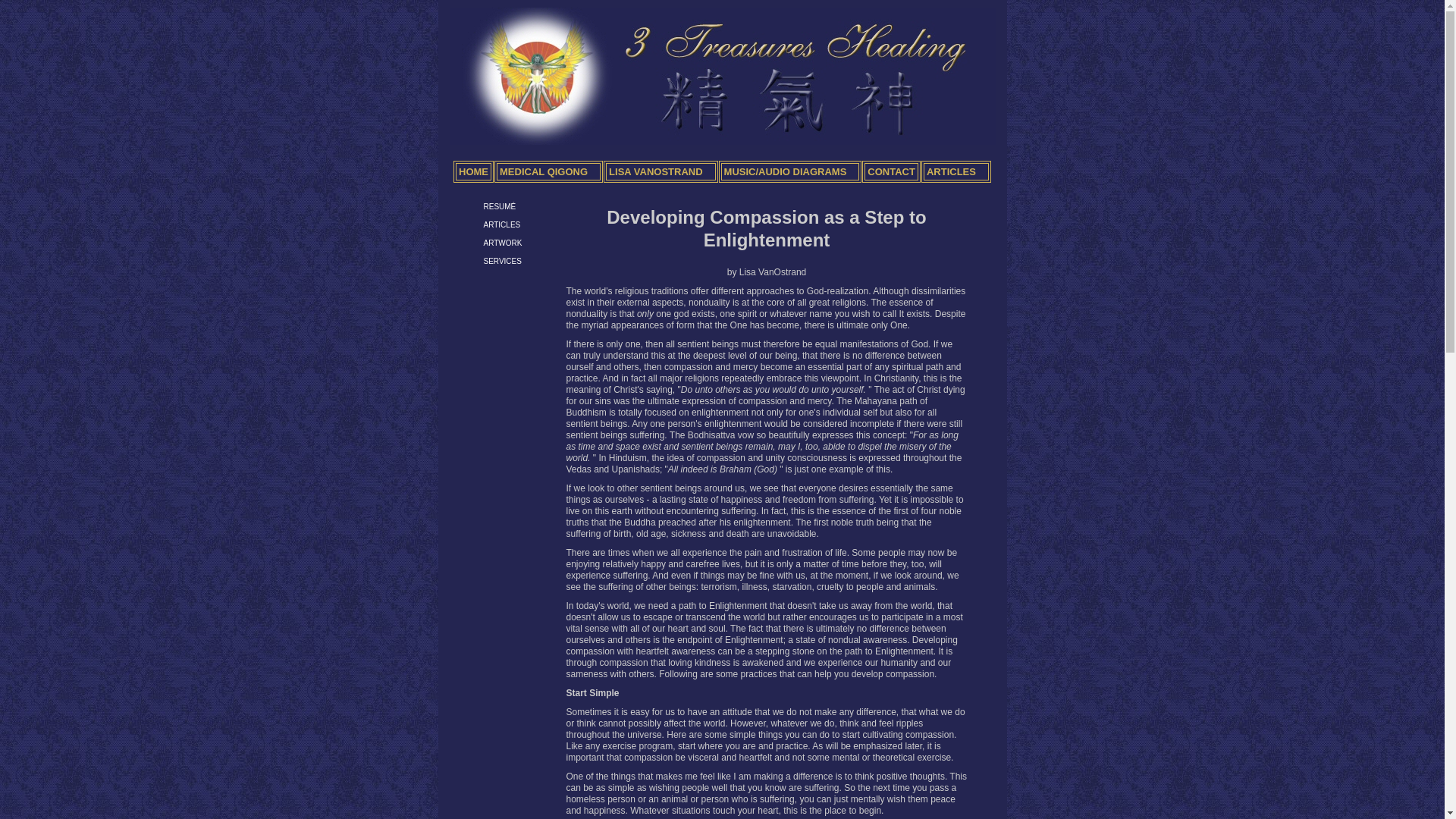  I want to click on 'CONTACT', so click(891, 171).